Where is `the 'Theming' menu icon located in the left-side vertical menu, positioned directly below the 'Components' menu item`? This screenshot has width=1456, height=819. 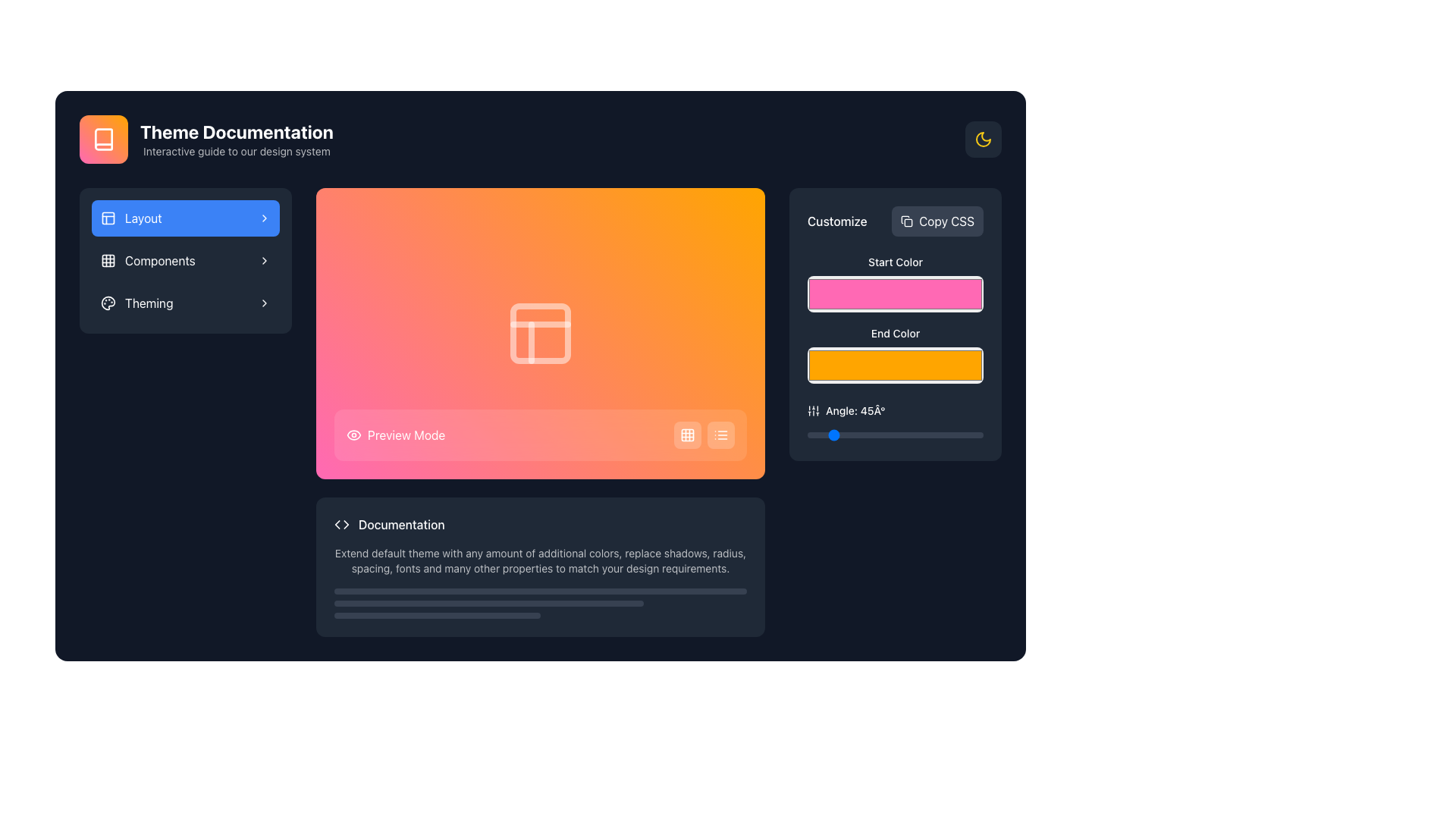
the 'Theming' menu icon located in the left-side vertical menu, positioned directly below the 'Components' menu item is located at coordinates (108, 303).